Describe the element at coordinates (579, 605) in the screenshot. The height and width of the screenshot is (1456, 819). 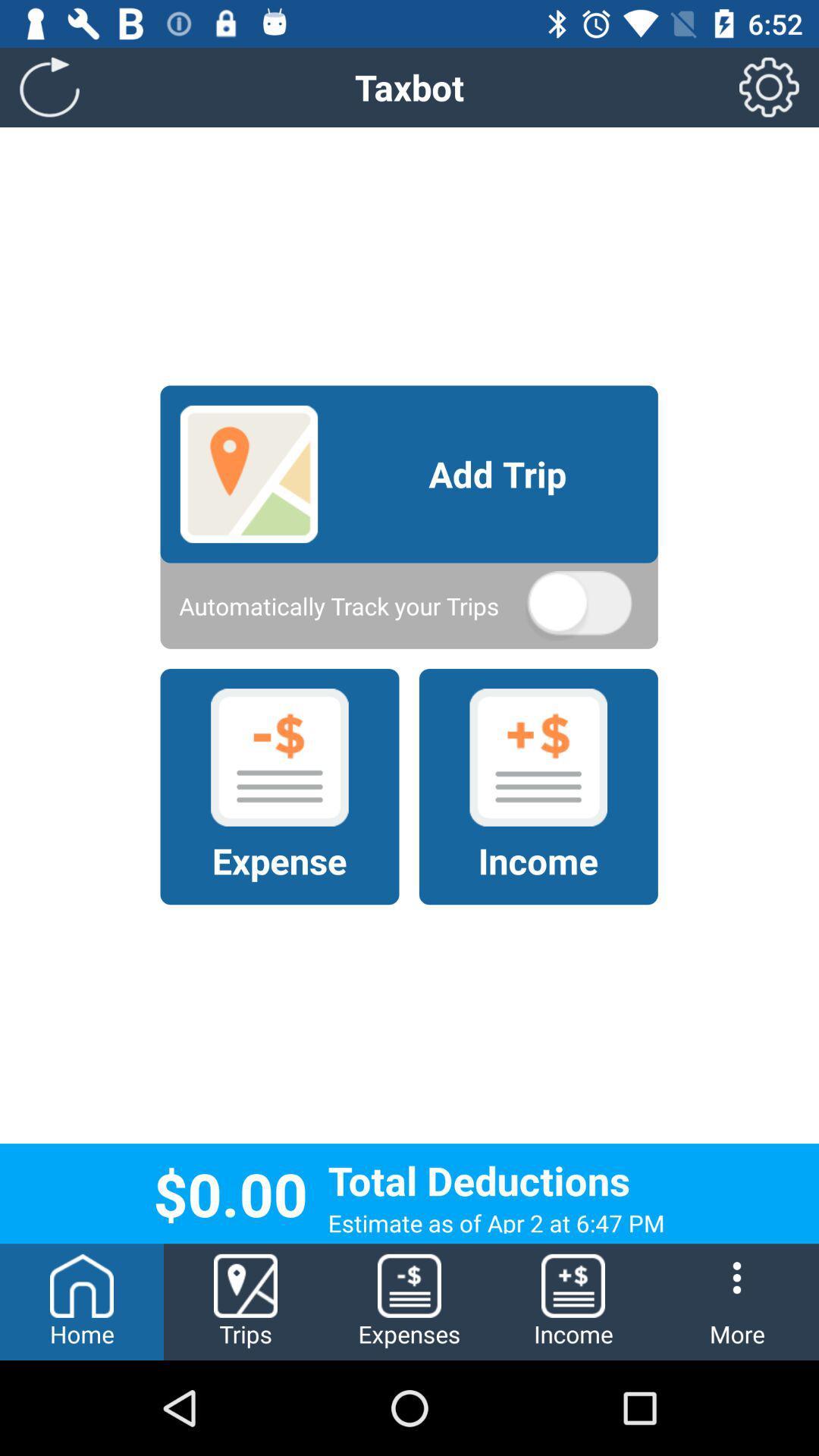
I see `icon on the right` at that location.